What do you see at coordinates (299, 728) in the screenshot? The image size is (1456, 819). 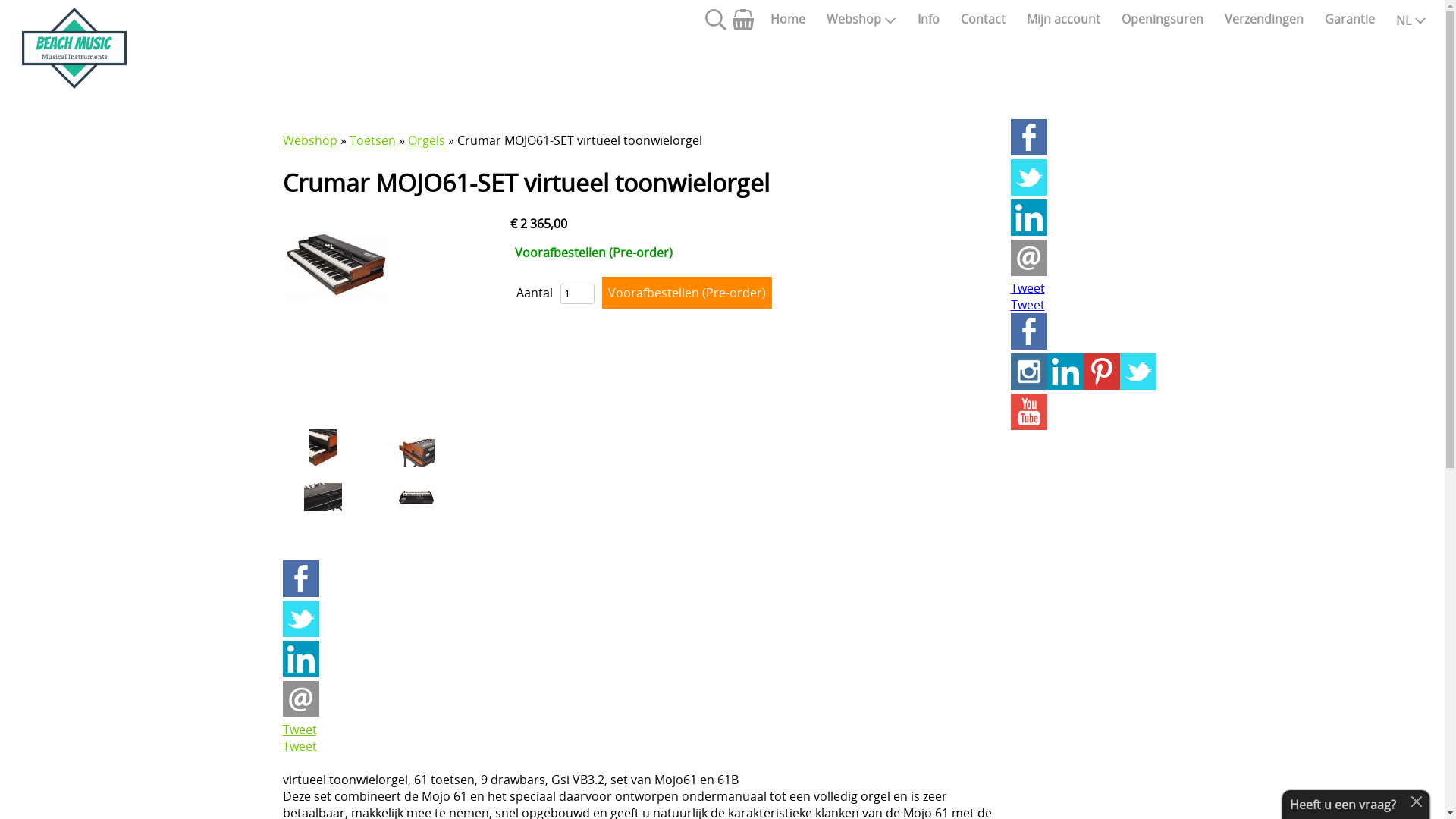 I see `'Tweet'` at bounding box center [299, 728].